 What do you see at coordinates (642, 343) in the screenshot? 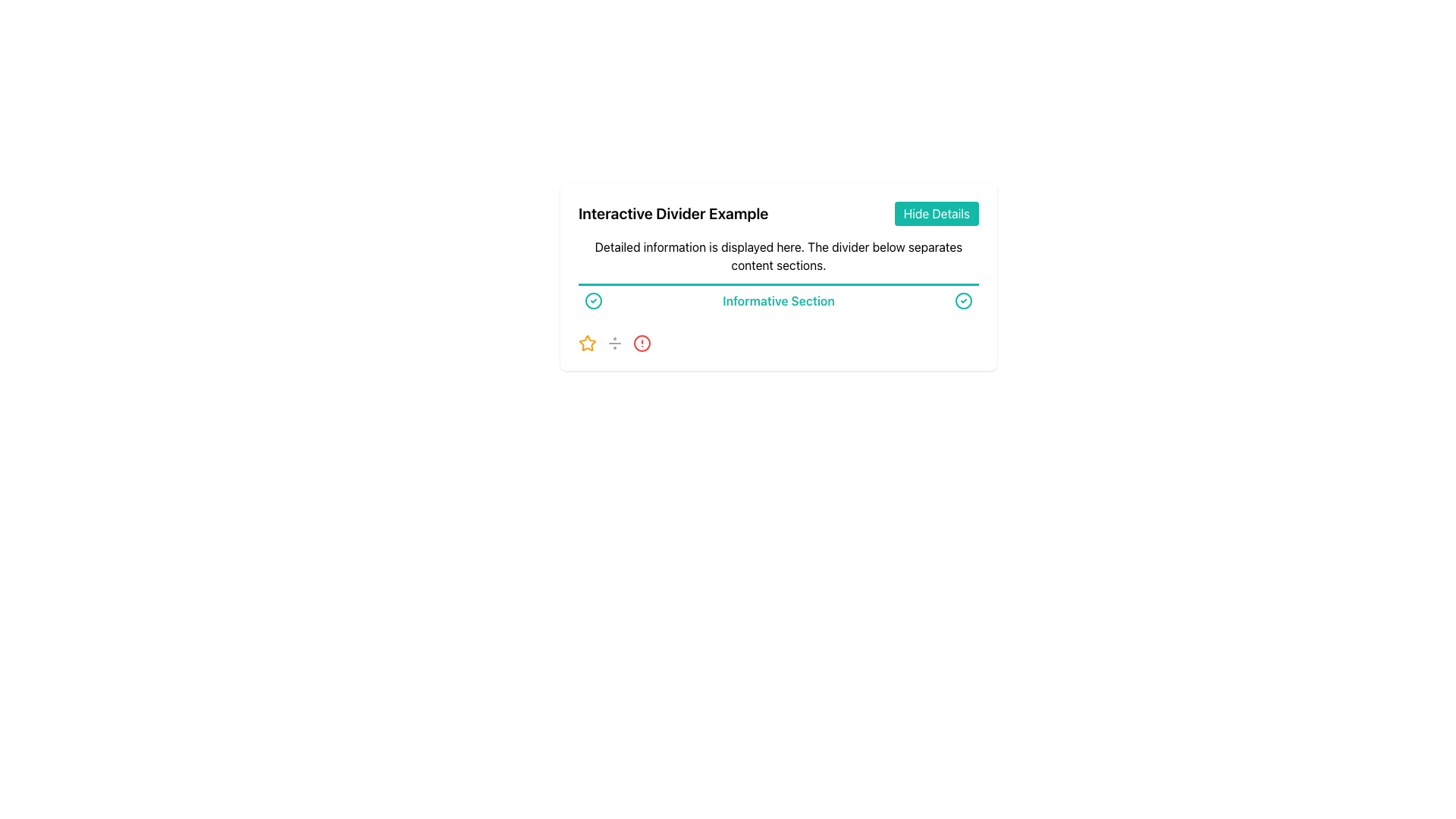
I see `the red circular SVG element representing an alert or warning symbol, which is the third icon in the horizontal row below the 'Informative Section' label` at bounding box center [642, 343].